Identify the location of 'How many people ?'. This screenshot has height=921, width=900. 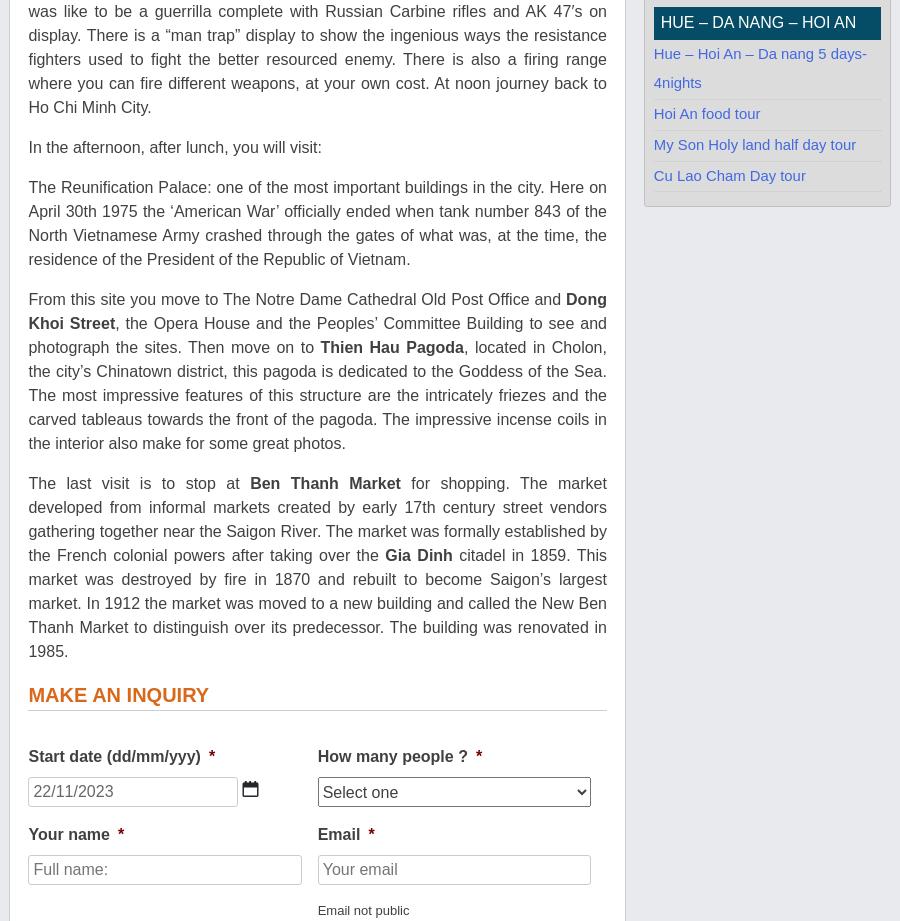
(392, 756).